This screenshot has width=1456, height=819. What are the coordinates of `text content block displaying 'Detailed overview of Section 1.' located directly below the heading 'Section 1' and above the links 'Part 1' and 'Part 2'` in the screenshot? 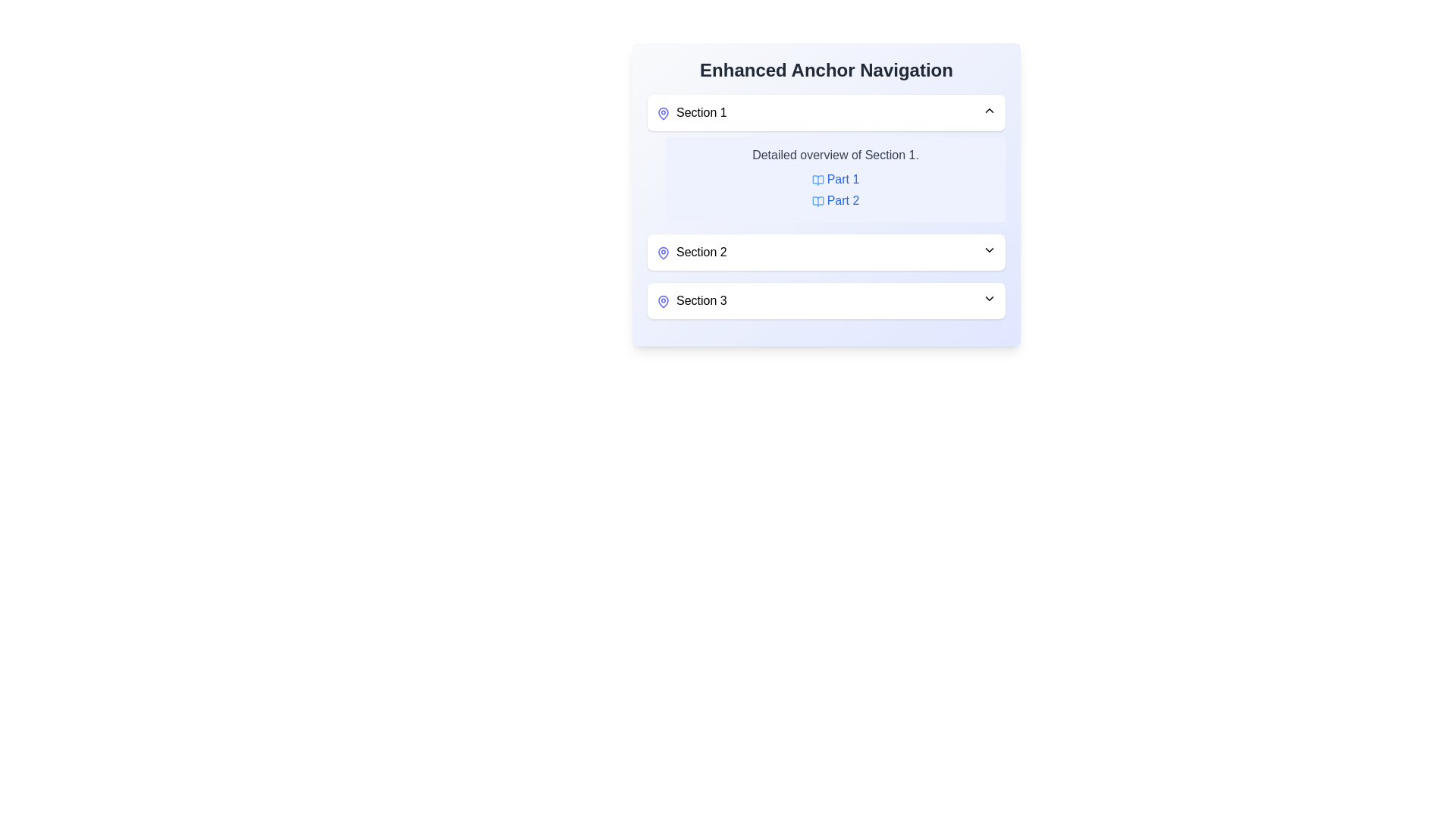 It's located at (835, 155).